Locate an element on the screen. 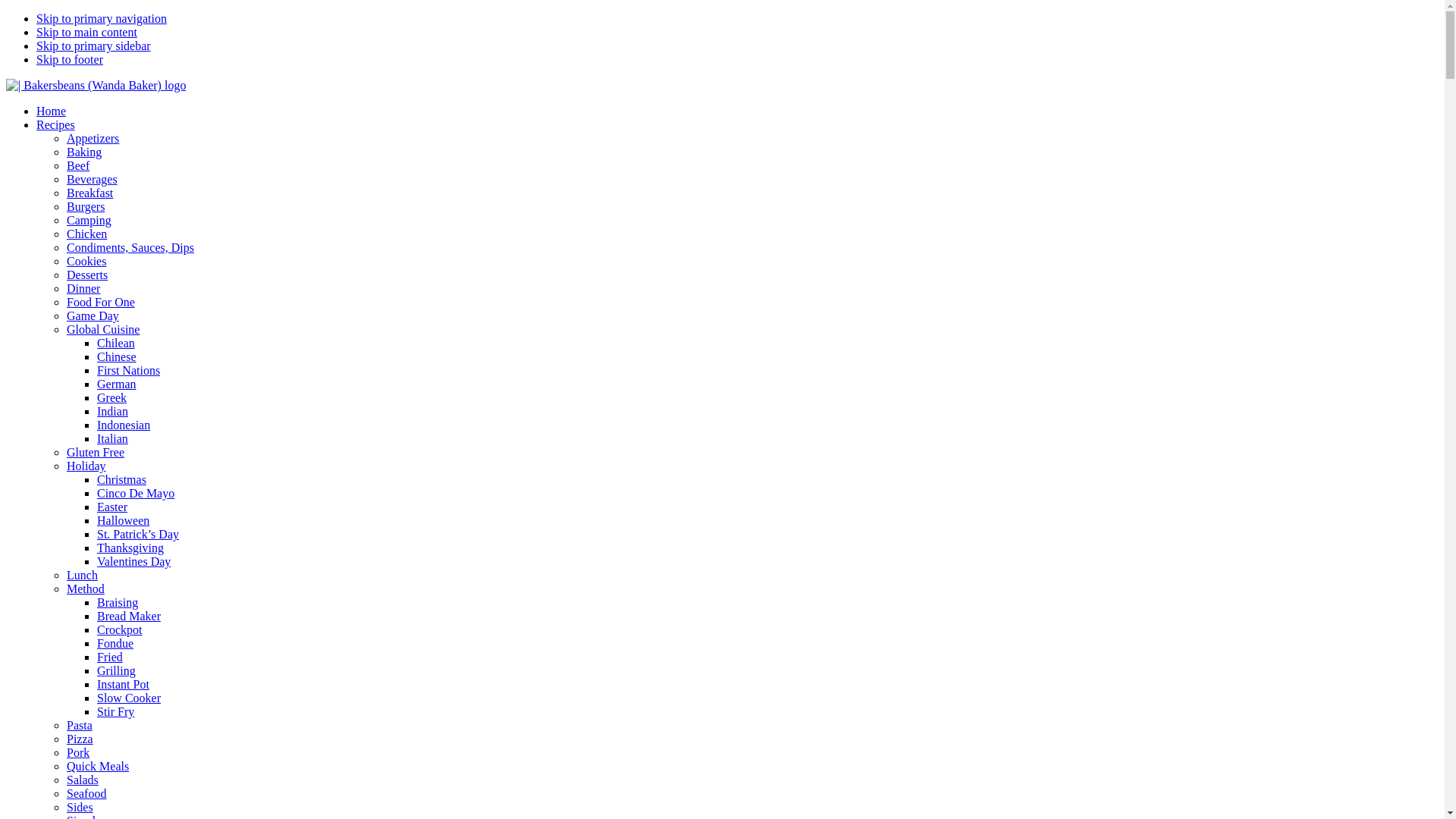 This screenshot has height=819, width=1456. 'Desserts' is located at coordinates (86, 275).